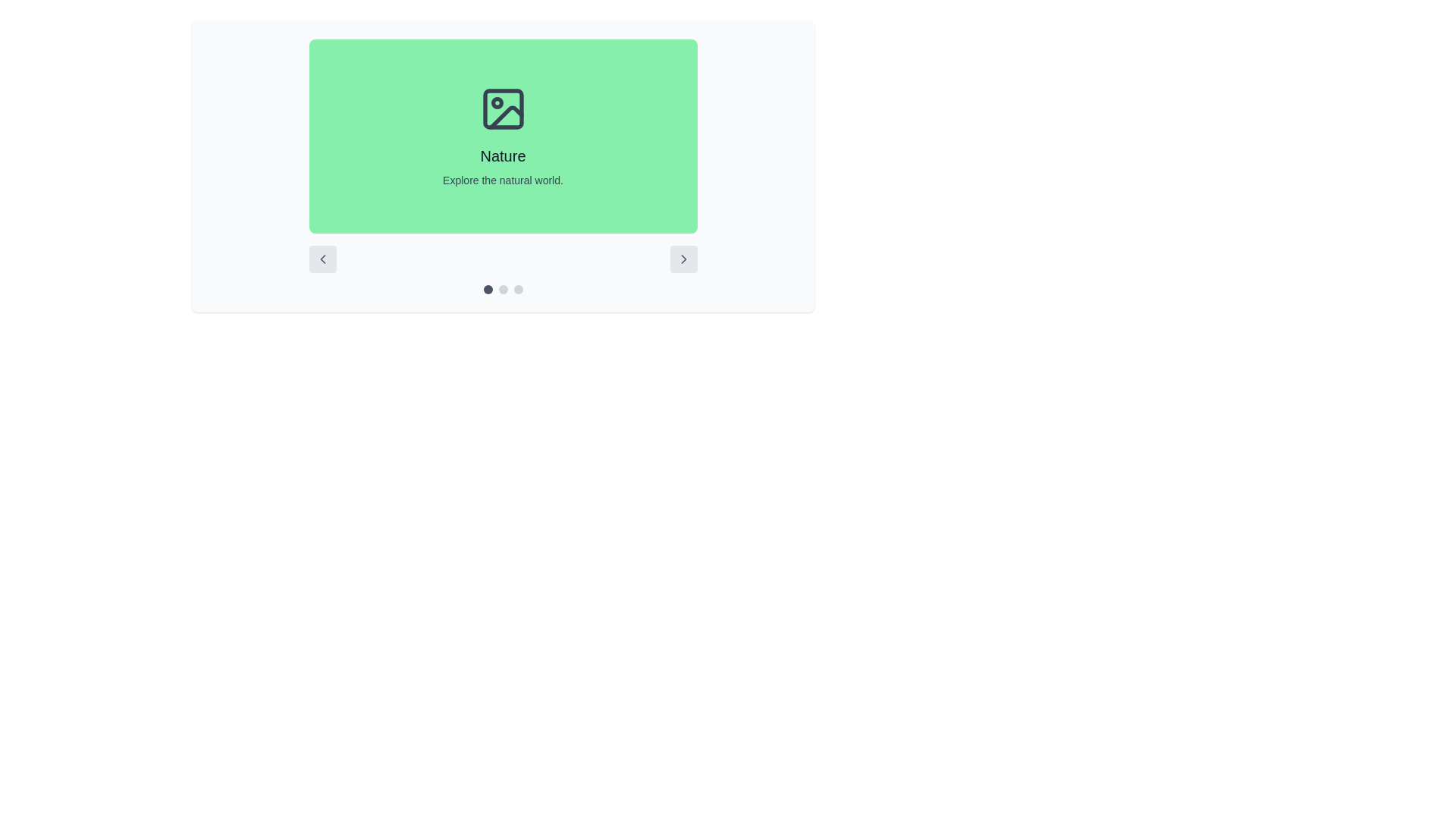 This screenshot has height=819, width=1456. I want to click on the second pagination dot, which is light gray, so click(503, 289).